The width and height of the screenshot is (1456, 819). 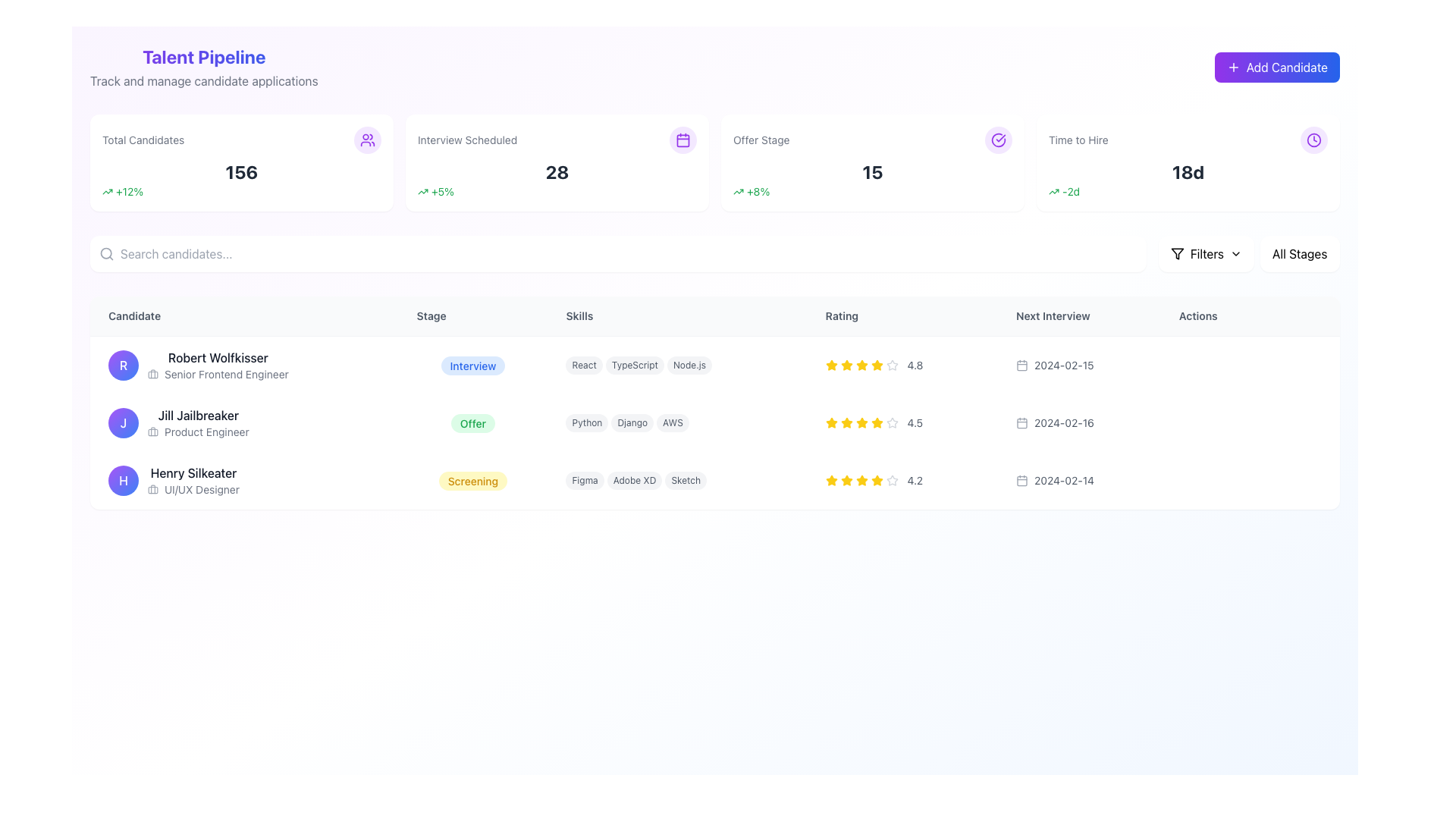 I want to click on the fifth star icon representing the fifth rating level for the candidate under 'Henry Silkeater' to rate it, so click(x=892, y=480).